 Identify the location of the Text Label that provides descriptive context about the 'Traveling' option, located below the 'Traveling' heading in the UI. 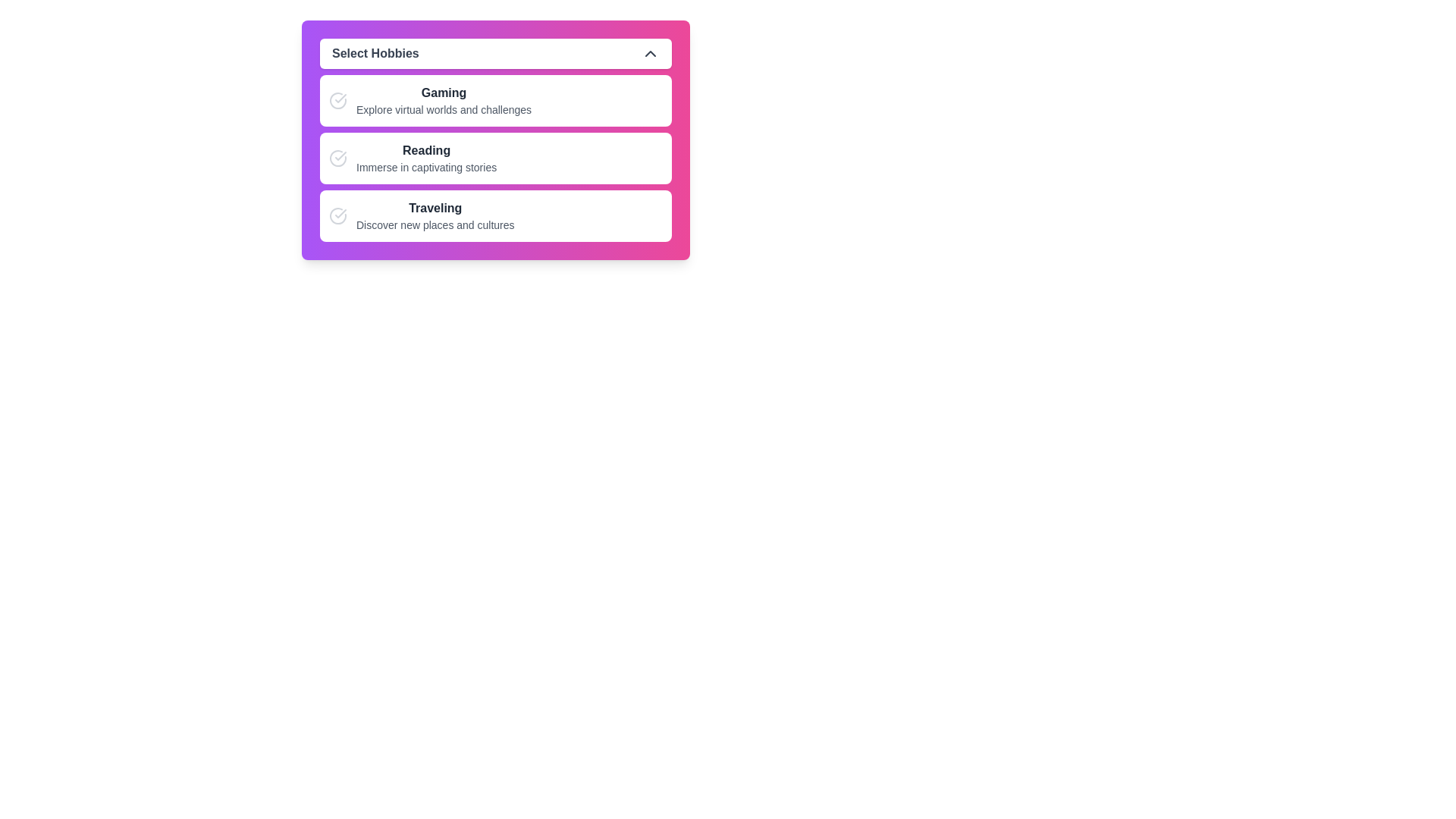
(435, 225).